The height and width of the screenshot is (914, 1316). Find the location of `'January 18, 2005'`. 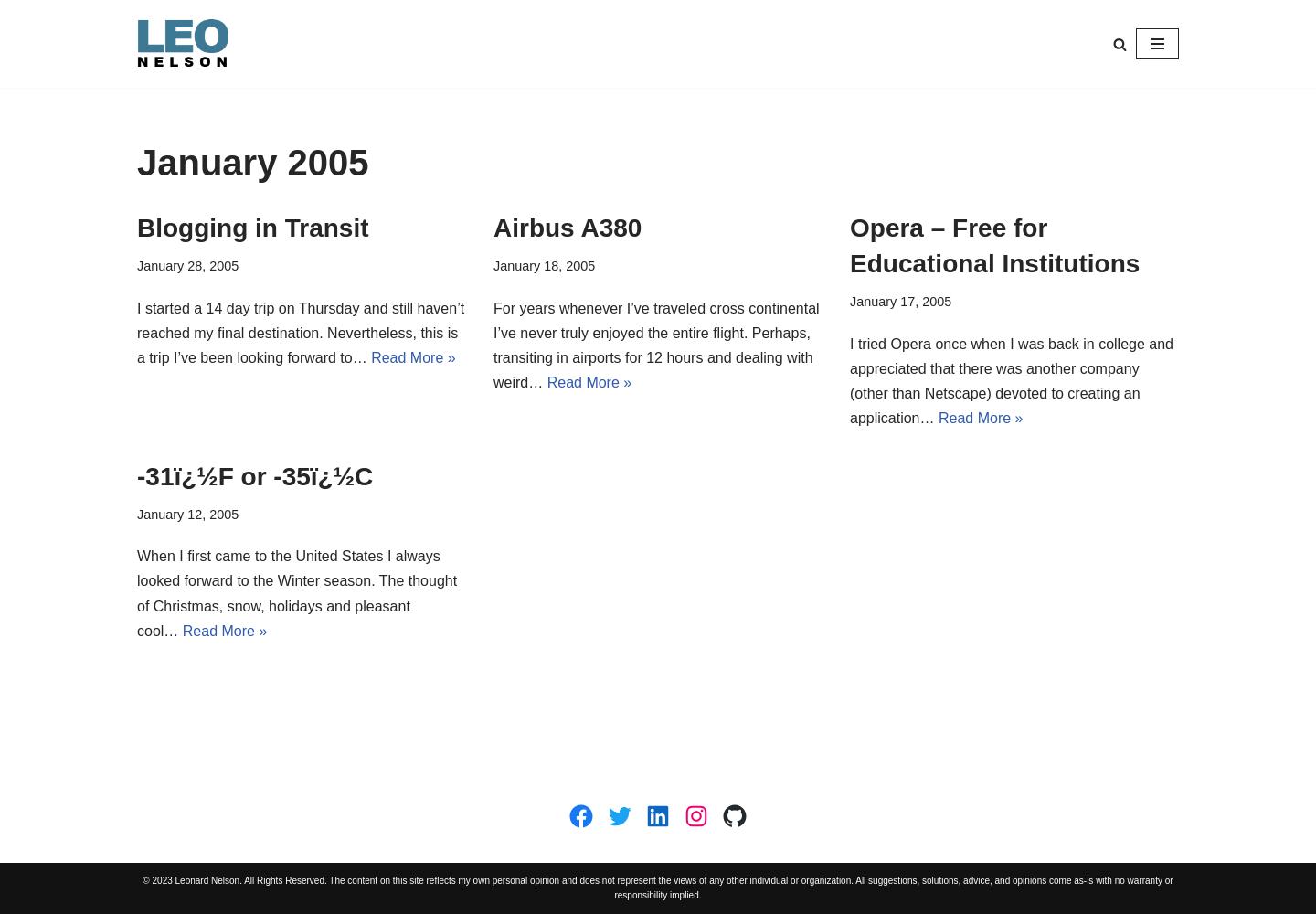

'January 18, 2005' is located at coordinates (493, 266).